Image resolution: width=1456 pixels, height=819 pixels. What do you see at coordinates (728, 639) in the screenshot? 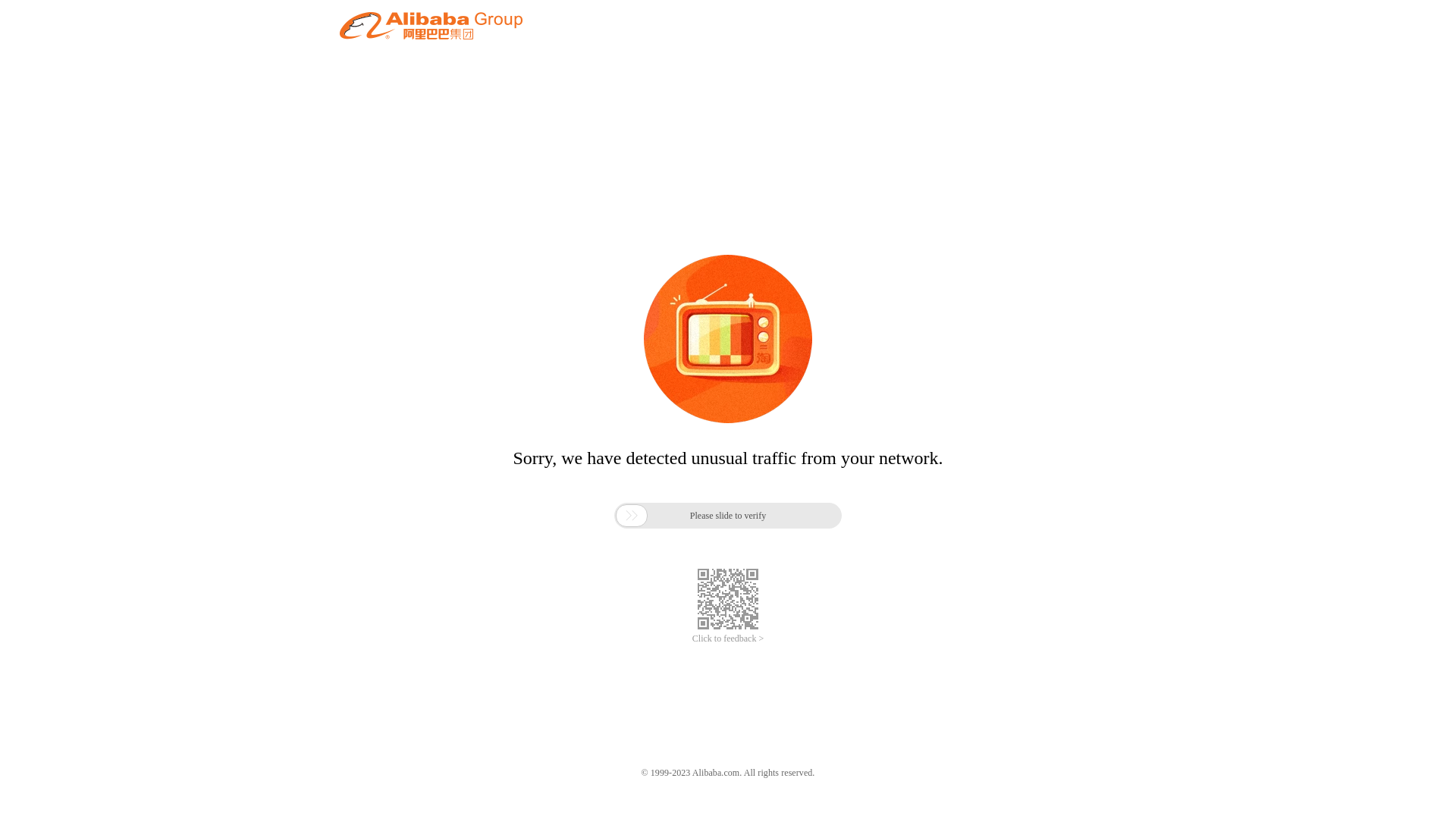
I see `'Click to feedback >'` at bounding box center [728, 639].